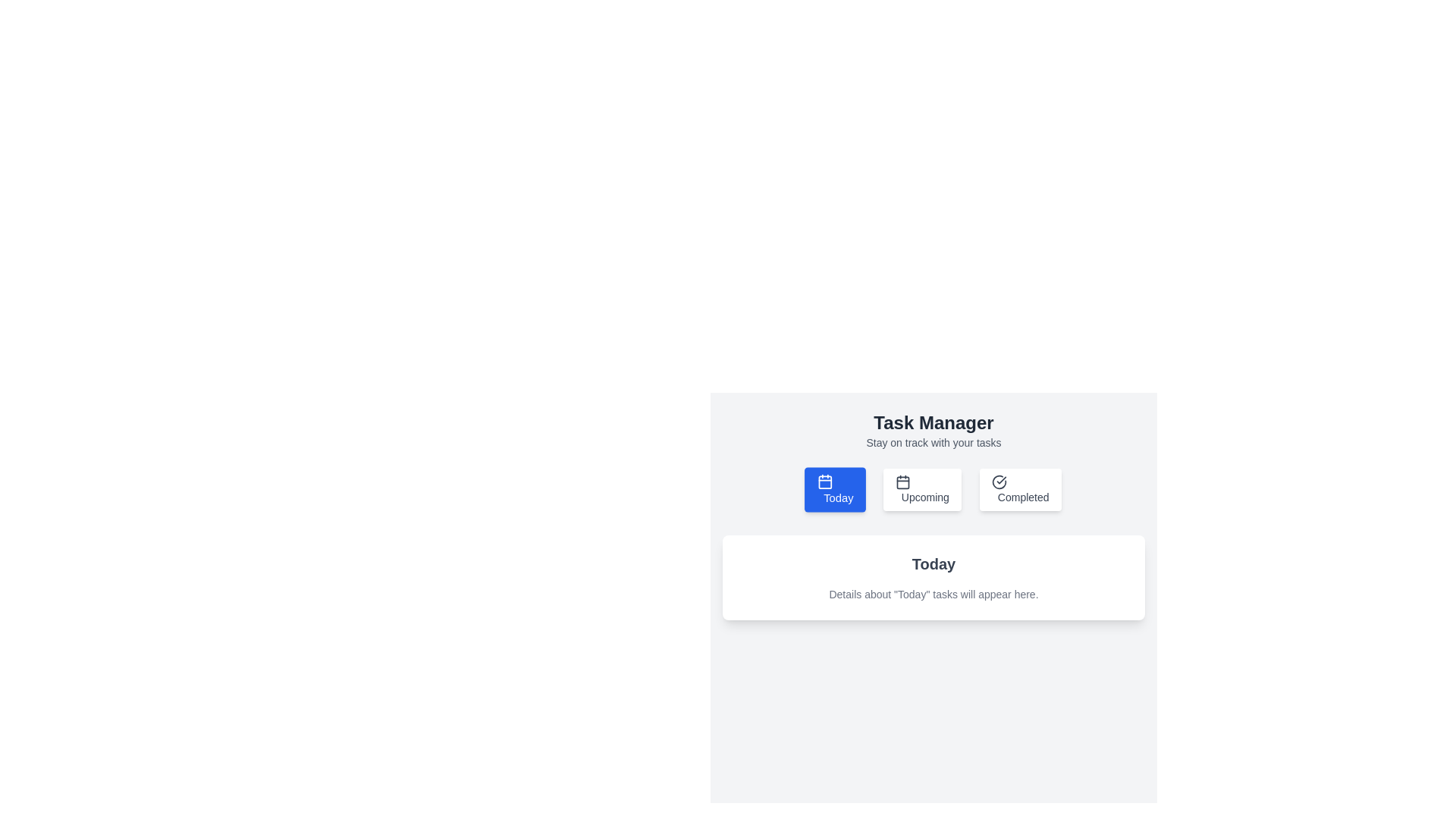 Image resolution: width=1456 pixels, height=819 pixels. What do you see at coordinates (835, 489) in the screenshot?
I see `the first button in the row` at bounding box center [835, 489].